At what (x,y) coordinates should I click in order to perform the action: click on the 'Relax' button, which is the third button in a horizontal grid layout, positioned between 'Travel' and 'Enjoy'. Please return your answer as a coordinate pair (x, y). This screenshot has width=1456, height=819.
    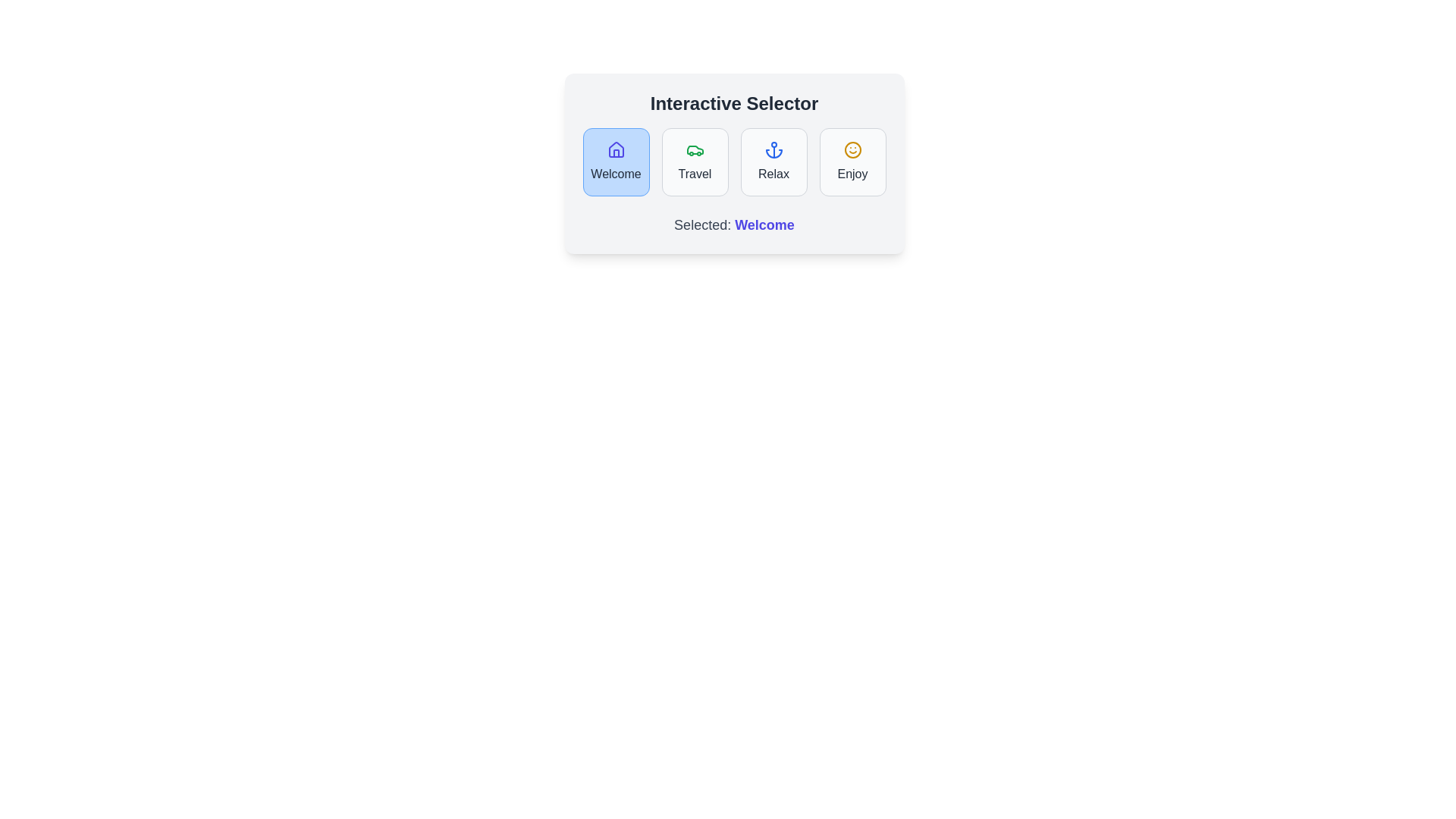
    Looking at the image, I should click on (773, 162).